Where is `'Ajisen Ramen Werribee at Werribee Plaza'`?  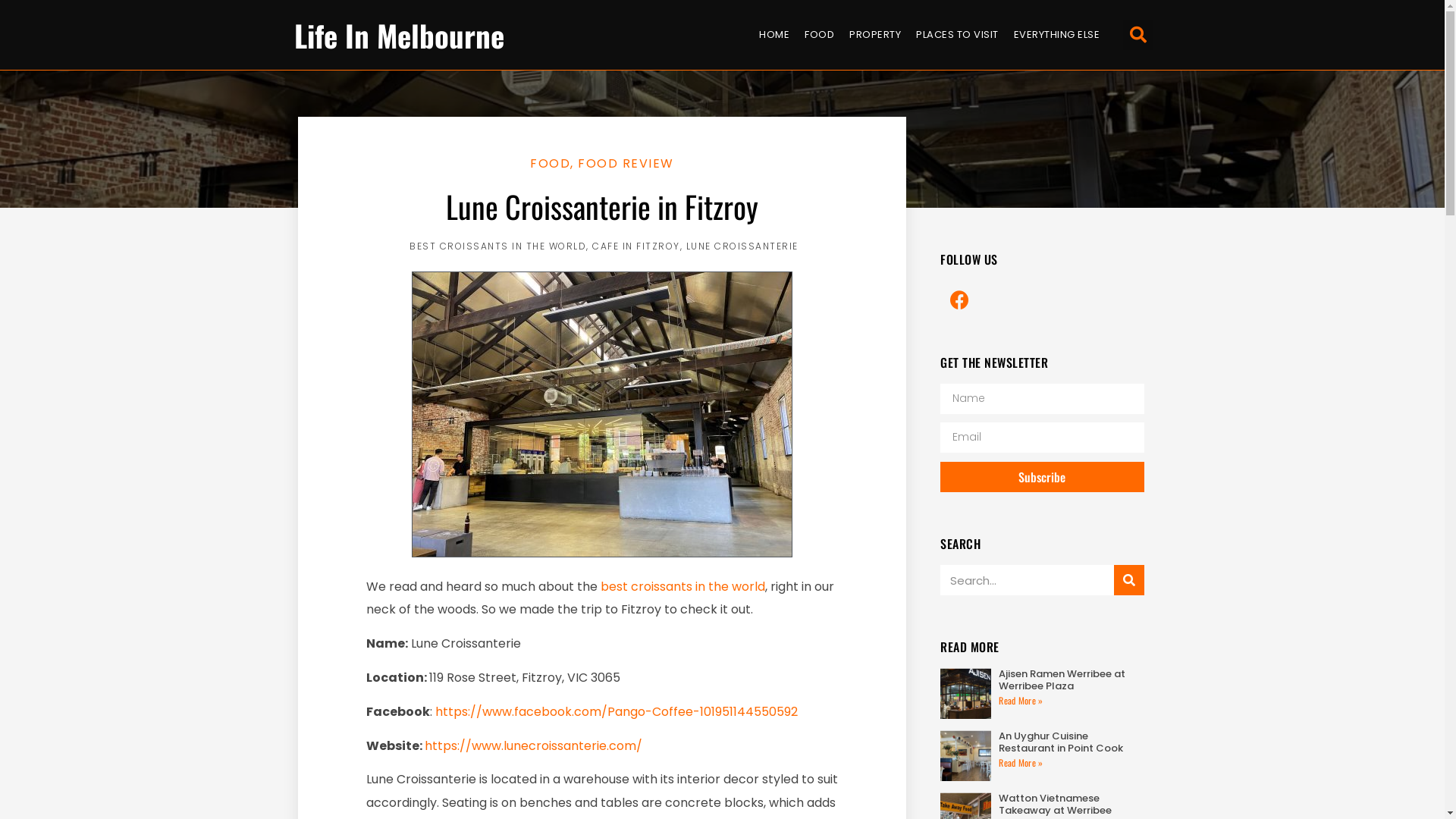
'Ajisen Ramen Werribee at Werribee Plaza' is located at coordinates (998, 679).